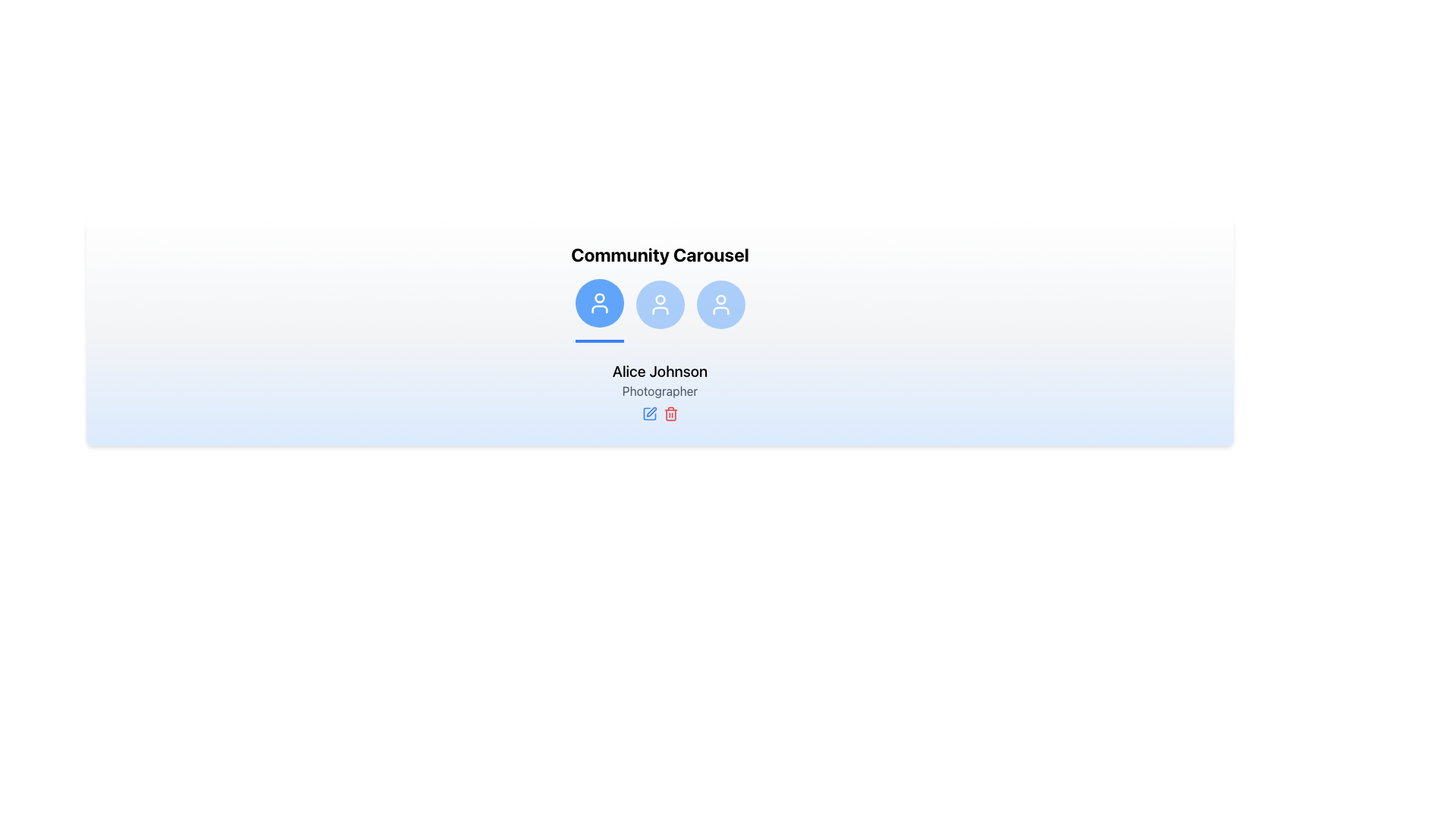 This screenshot has height=819, width=1456. Describe the element at coordinates (660, 371) in the screenshot. I see `the static text label displaying the name 'Alice Johnson' in the user profile card` at that location.